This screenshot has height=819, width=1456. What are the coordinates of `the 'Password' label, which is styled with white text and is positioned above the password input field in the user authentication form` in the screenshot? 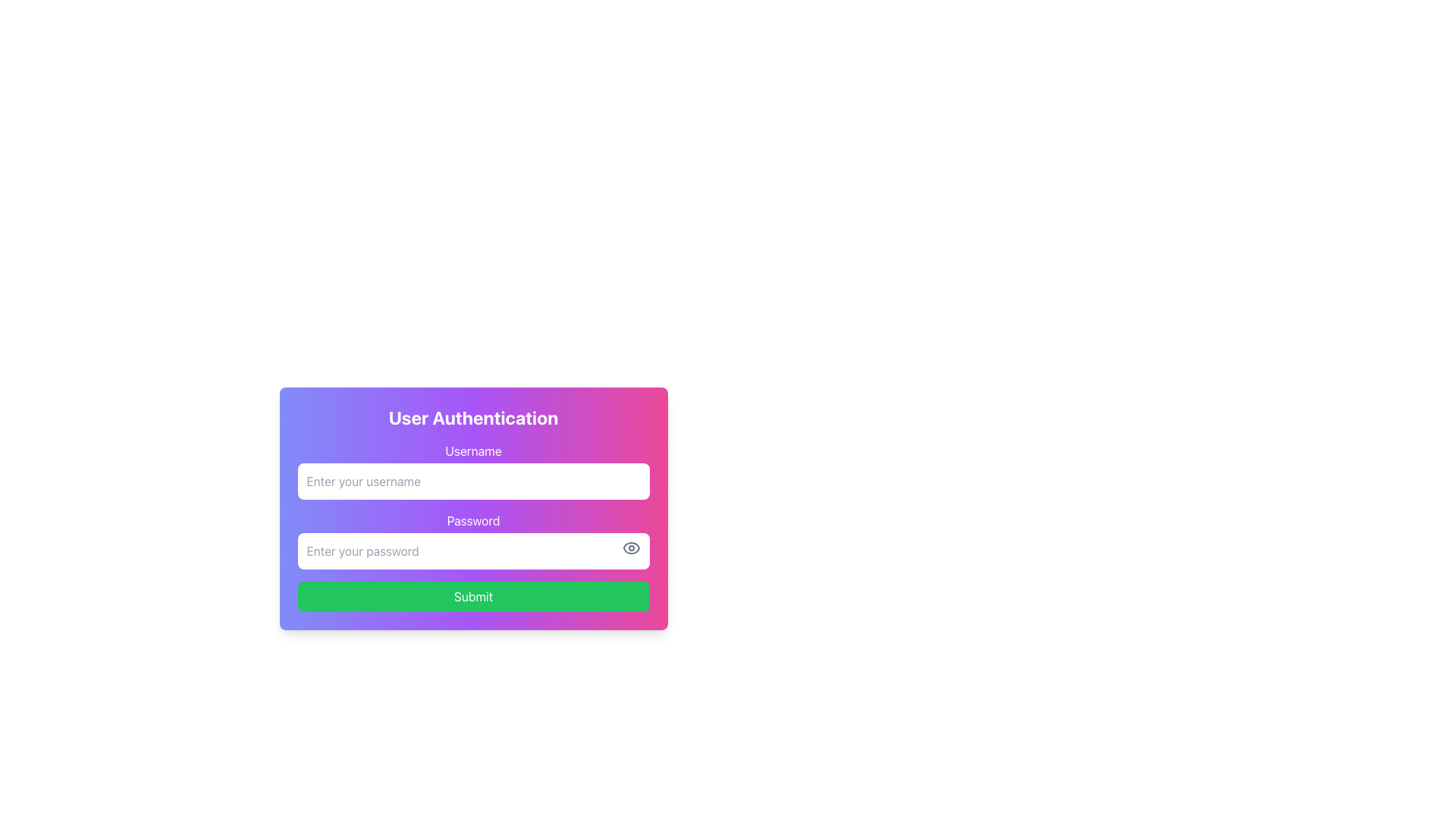 It's located at (472, 519).